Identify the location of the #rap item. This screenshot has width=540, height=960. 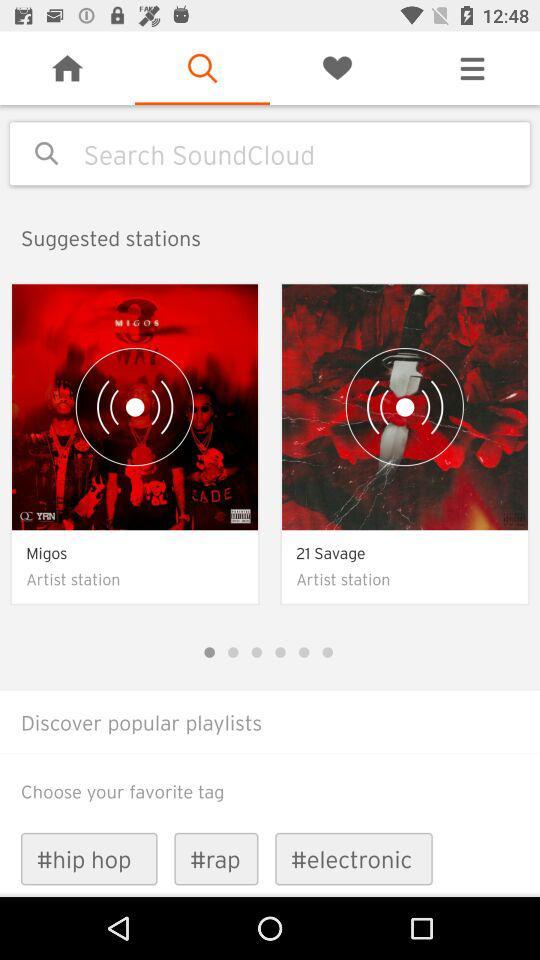
(215, 858).